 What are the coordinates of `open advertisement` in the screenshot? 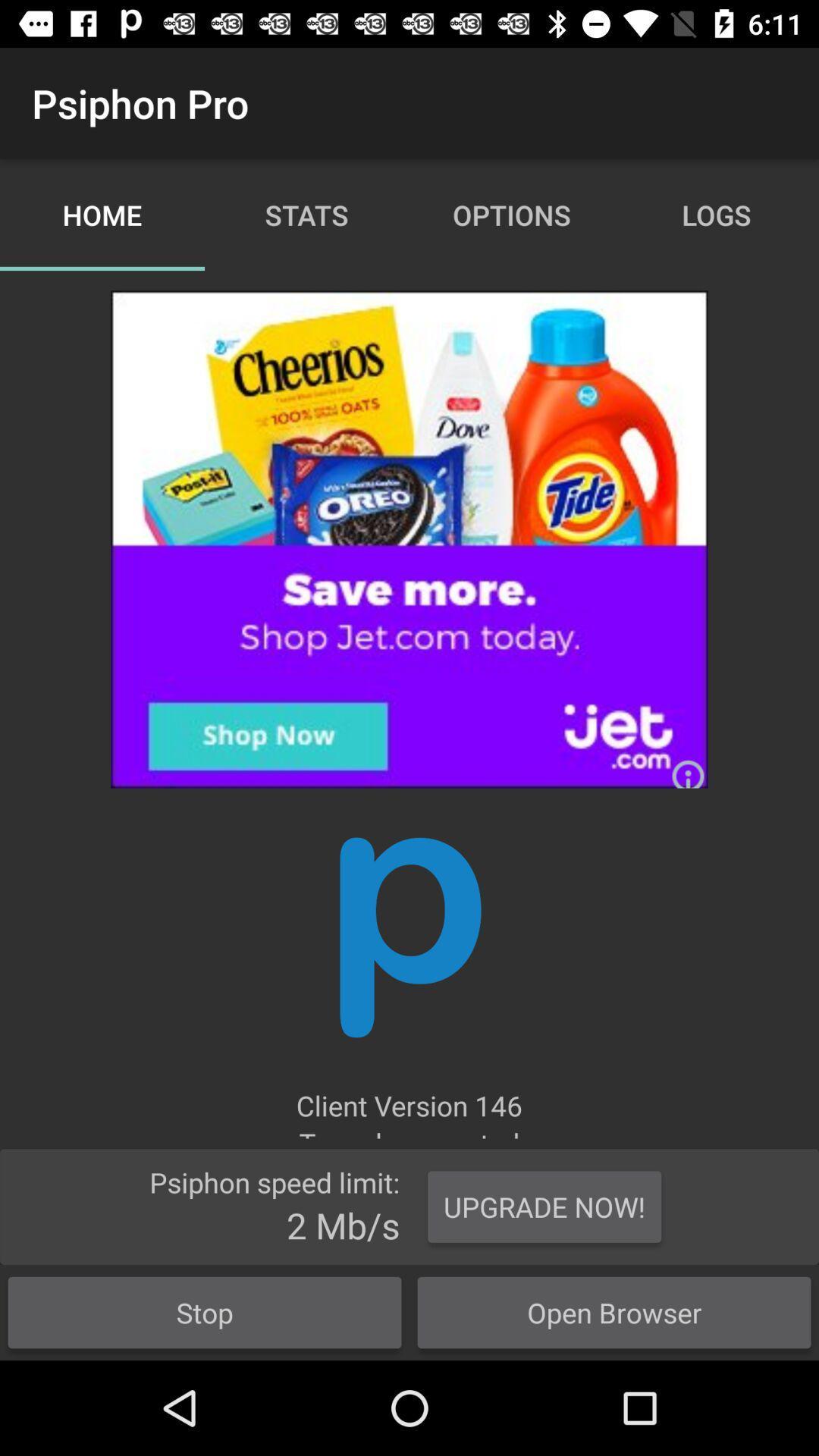 It's located at (409, 539).